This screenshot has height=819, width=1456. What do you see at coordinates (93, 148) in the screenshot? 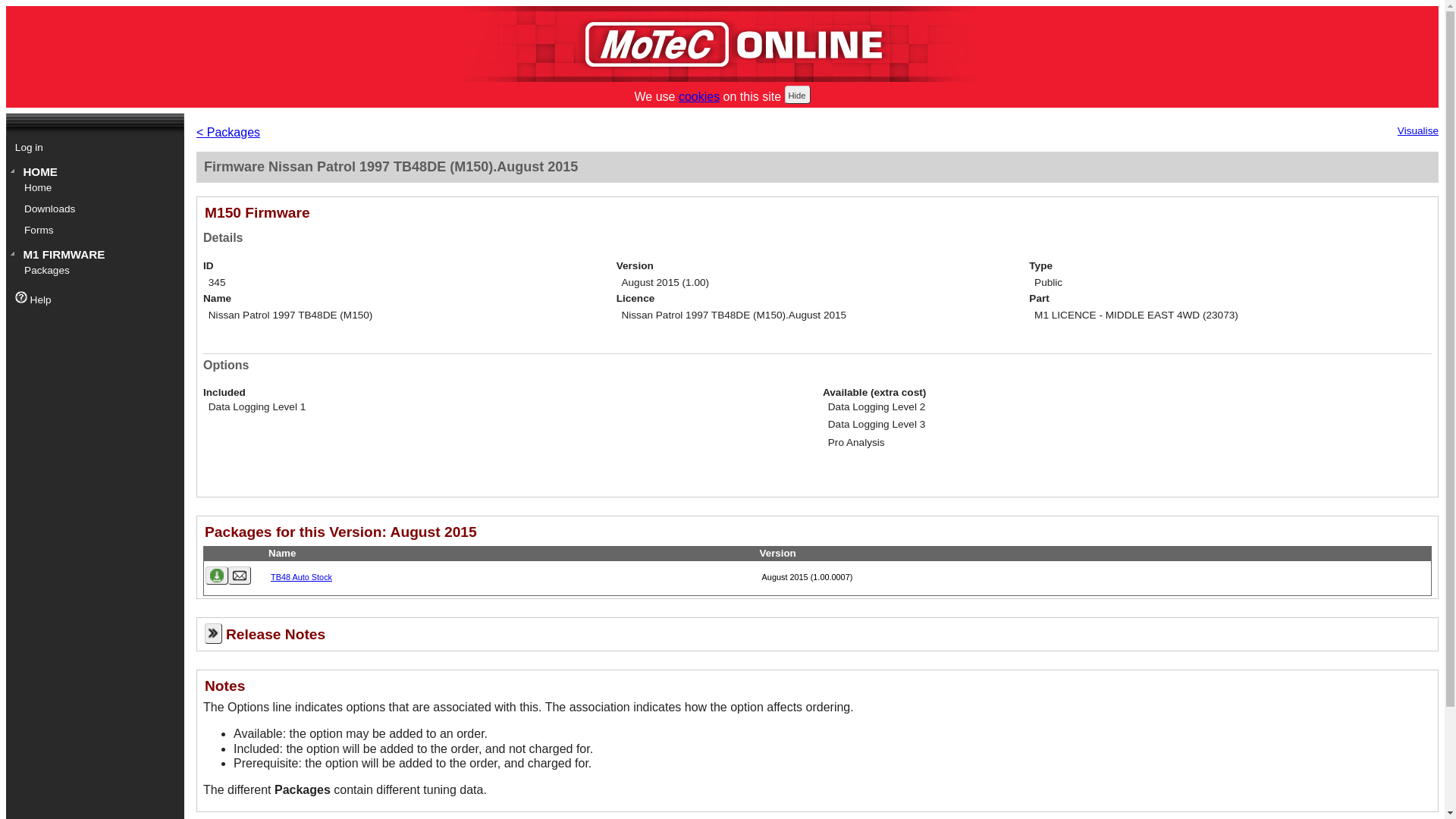
I see `'Log in'` at bounding box center [93, 148].